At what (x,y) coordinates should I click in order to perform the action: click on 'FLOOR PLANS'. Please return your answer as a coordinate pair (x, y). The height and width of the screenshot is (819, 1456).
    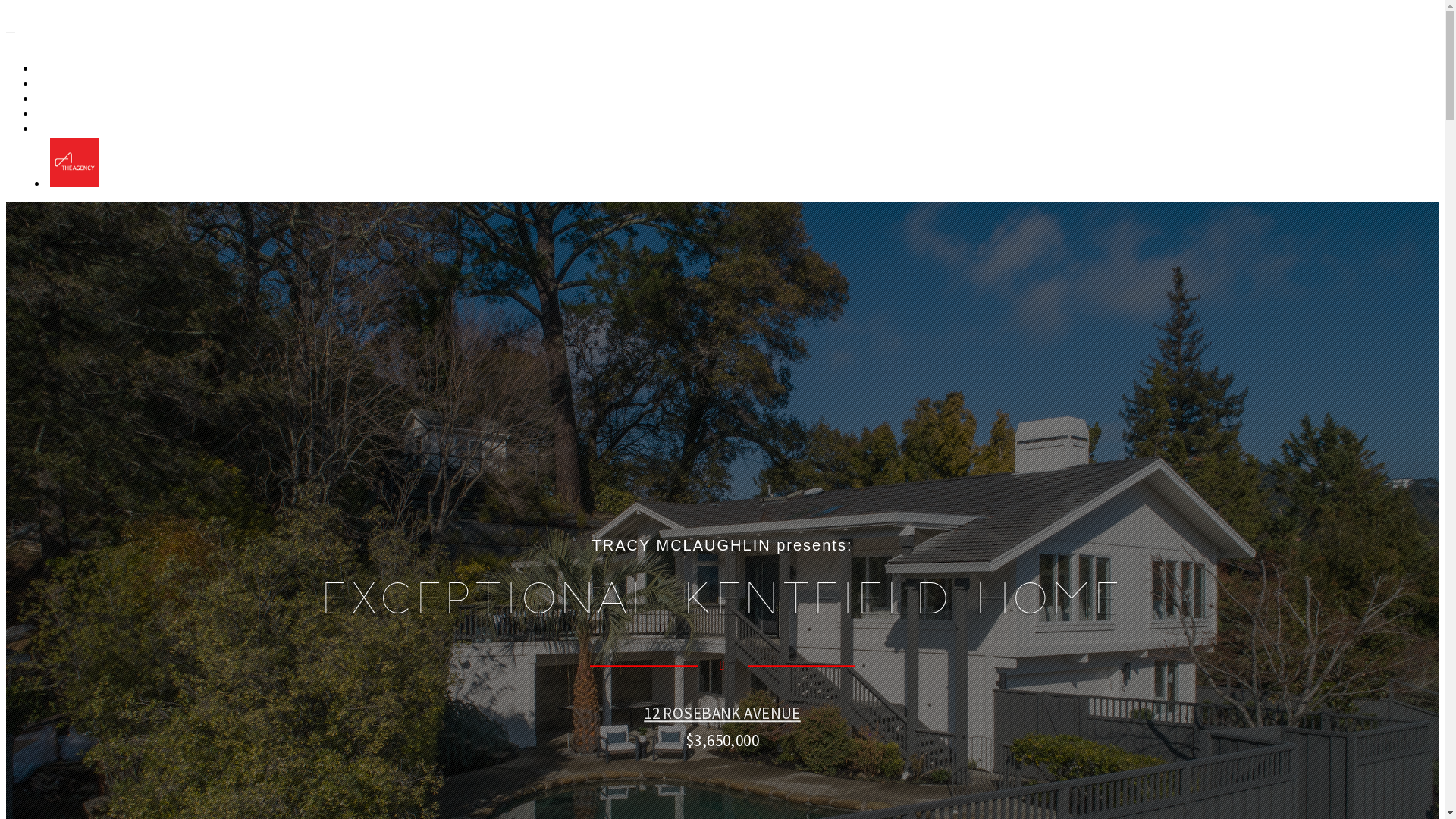
    Looking at the image, I should click on (77, 83).